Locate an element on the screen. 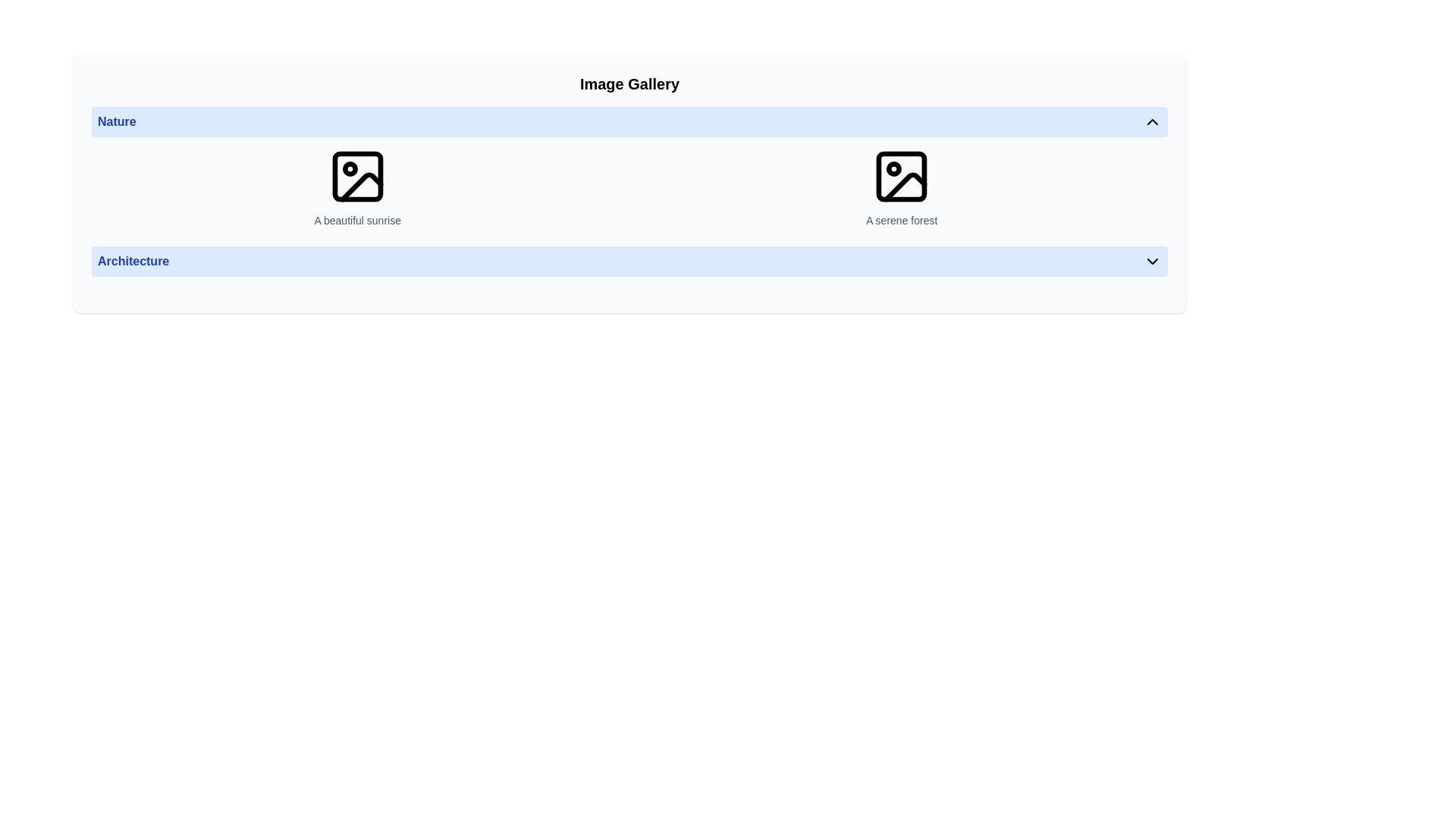  the downward-facing chevron icon located at the right end of the 'Architecture' component is located at coordinates (1153, 260).